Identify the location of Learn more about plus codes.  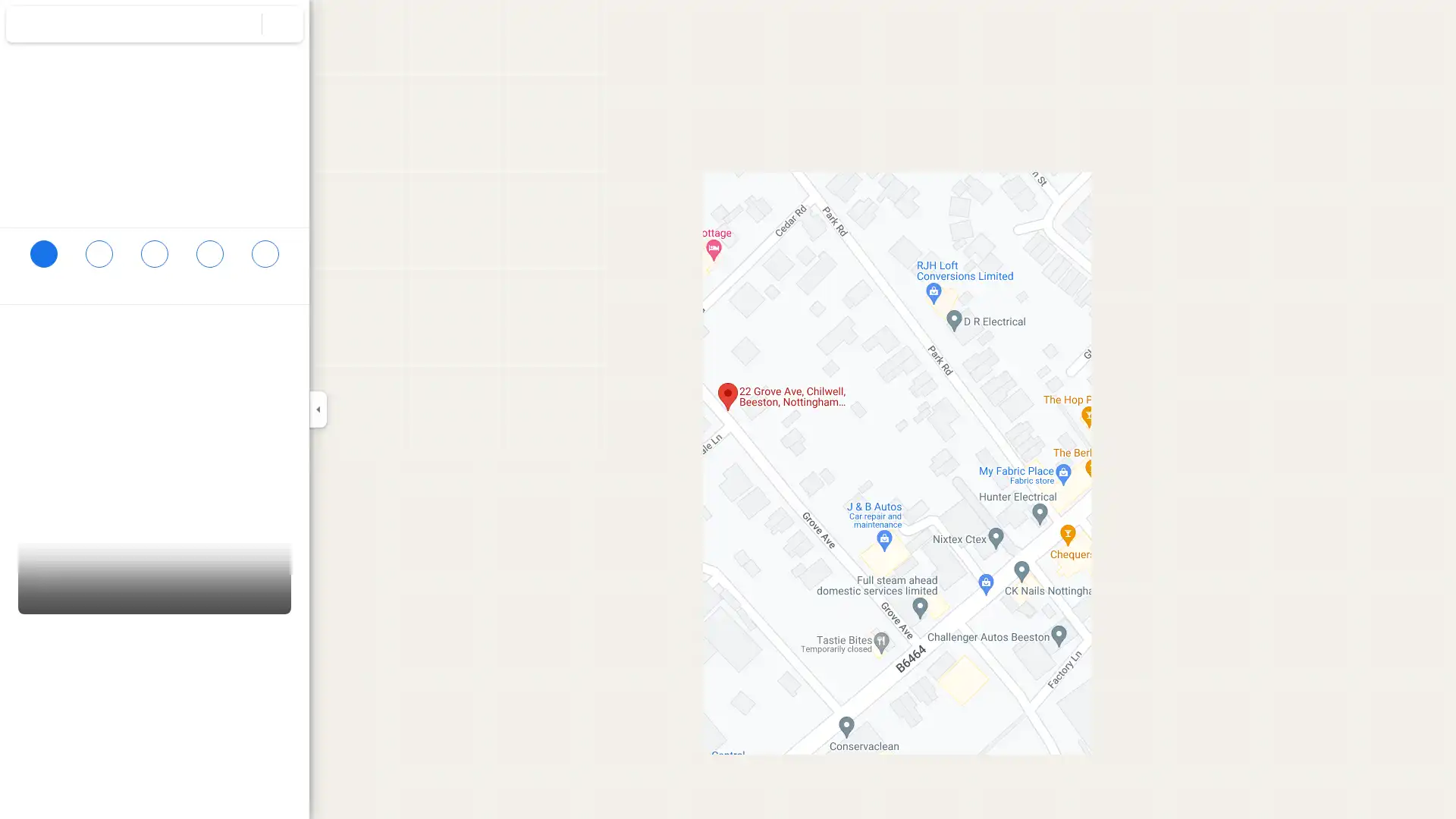
(290, 374).